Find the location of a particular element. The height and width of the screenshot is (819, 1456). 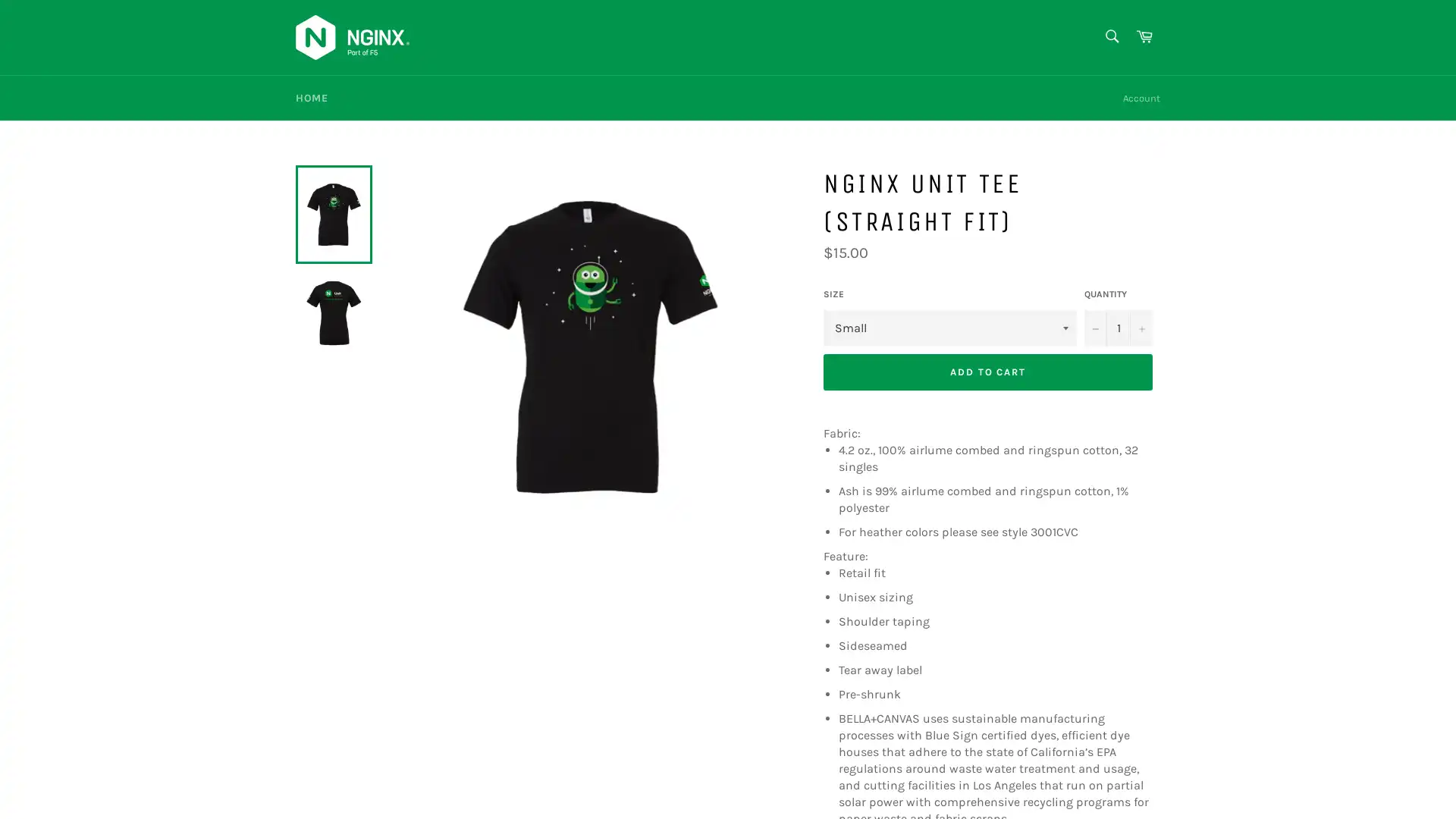

Reduce item quantity by one is located at coordinates (1095, 327).